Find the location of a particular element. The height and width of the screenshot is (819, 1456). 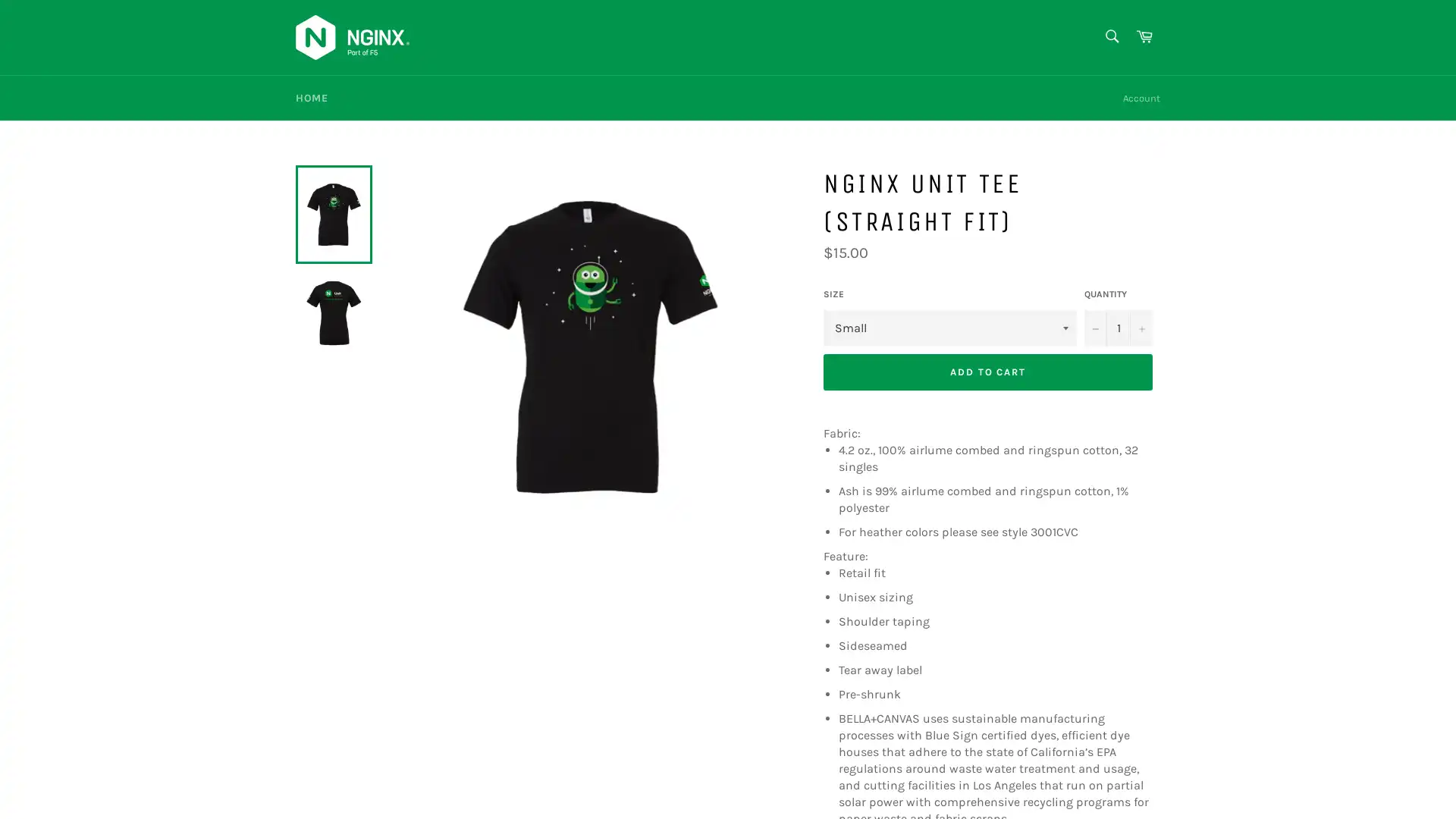

Reduce item quantity by one is located at coordinates (1095, 327).